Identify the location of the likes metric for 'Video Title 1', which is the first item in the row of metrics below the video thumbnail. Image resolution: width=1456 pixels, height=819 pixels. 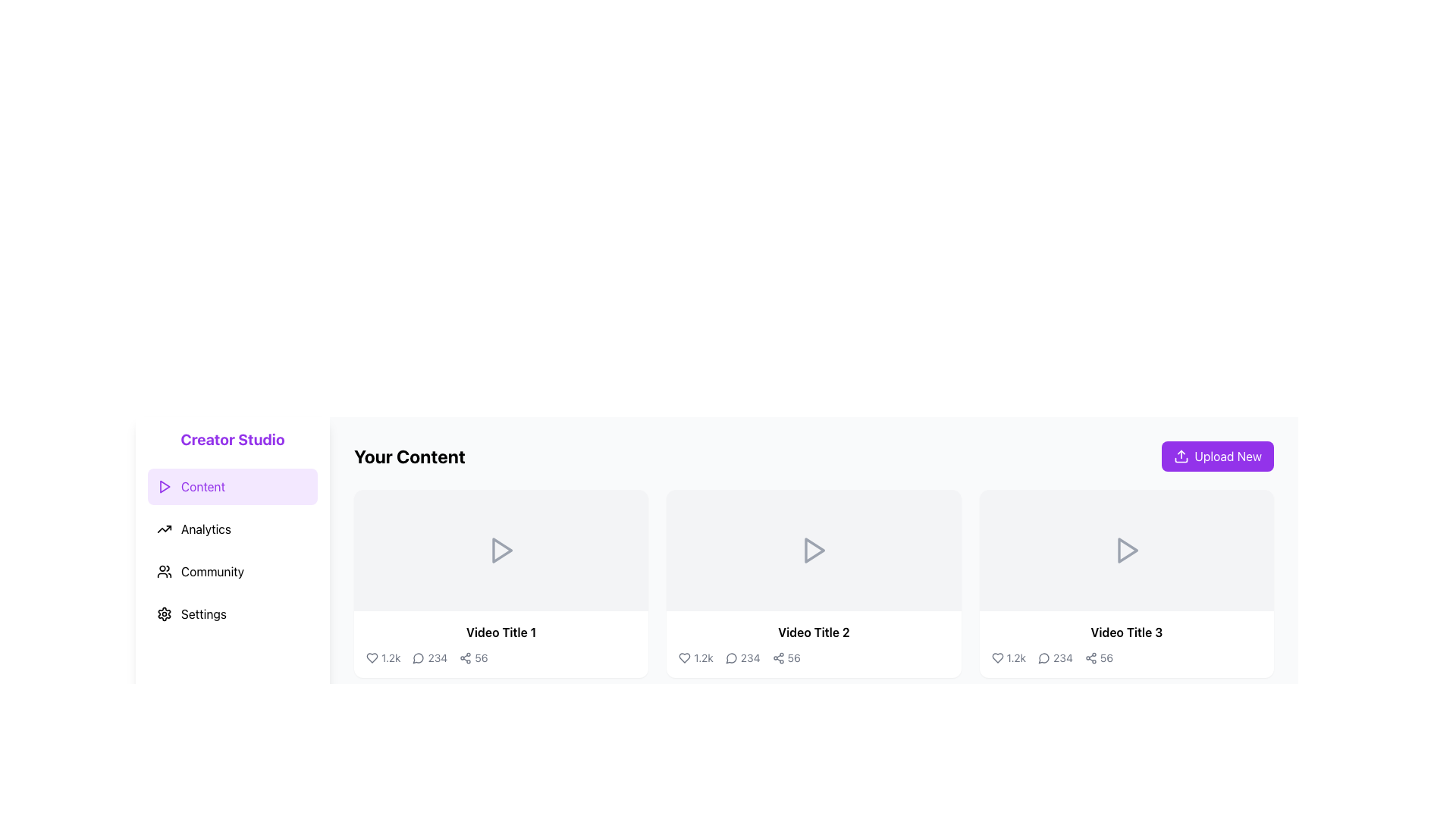
(383, 657).